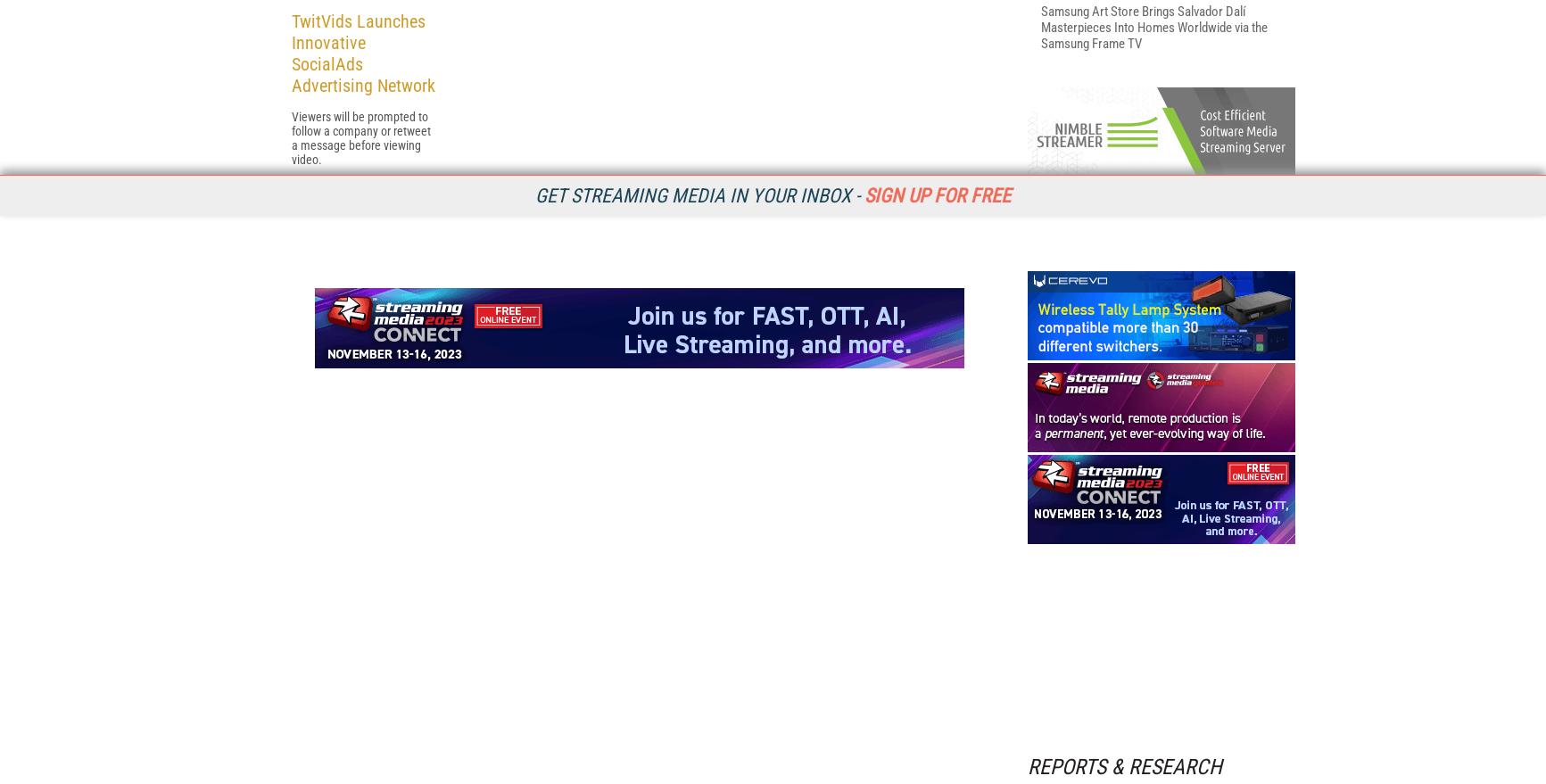 The height and width of the screenshot is (784, 1546). I want to click on '13 Jul 2010', so click(317, 419).